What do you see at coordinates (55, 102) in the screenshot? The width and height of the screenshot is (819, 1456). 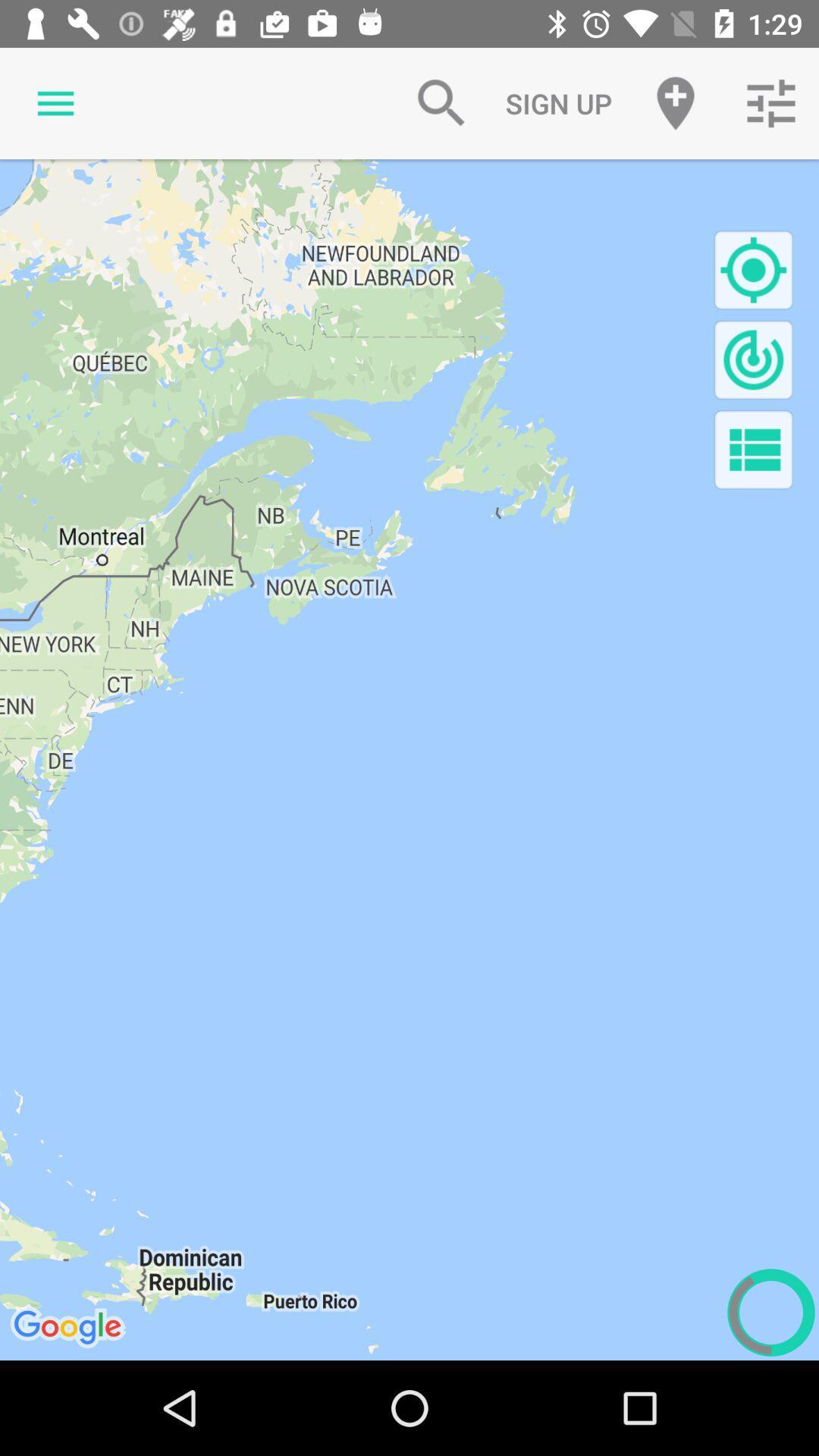 I see `icon at the top left corner` at bounding box center [55, 102].